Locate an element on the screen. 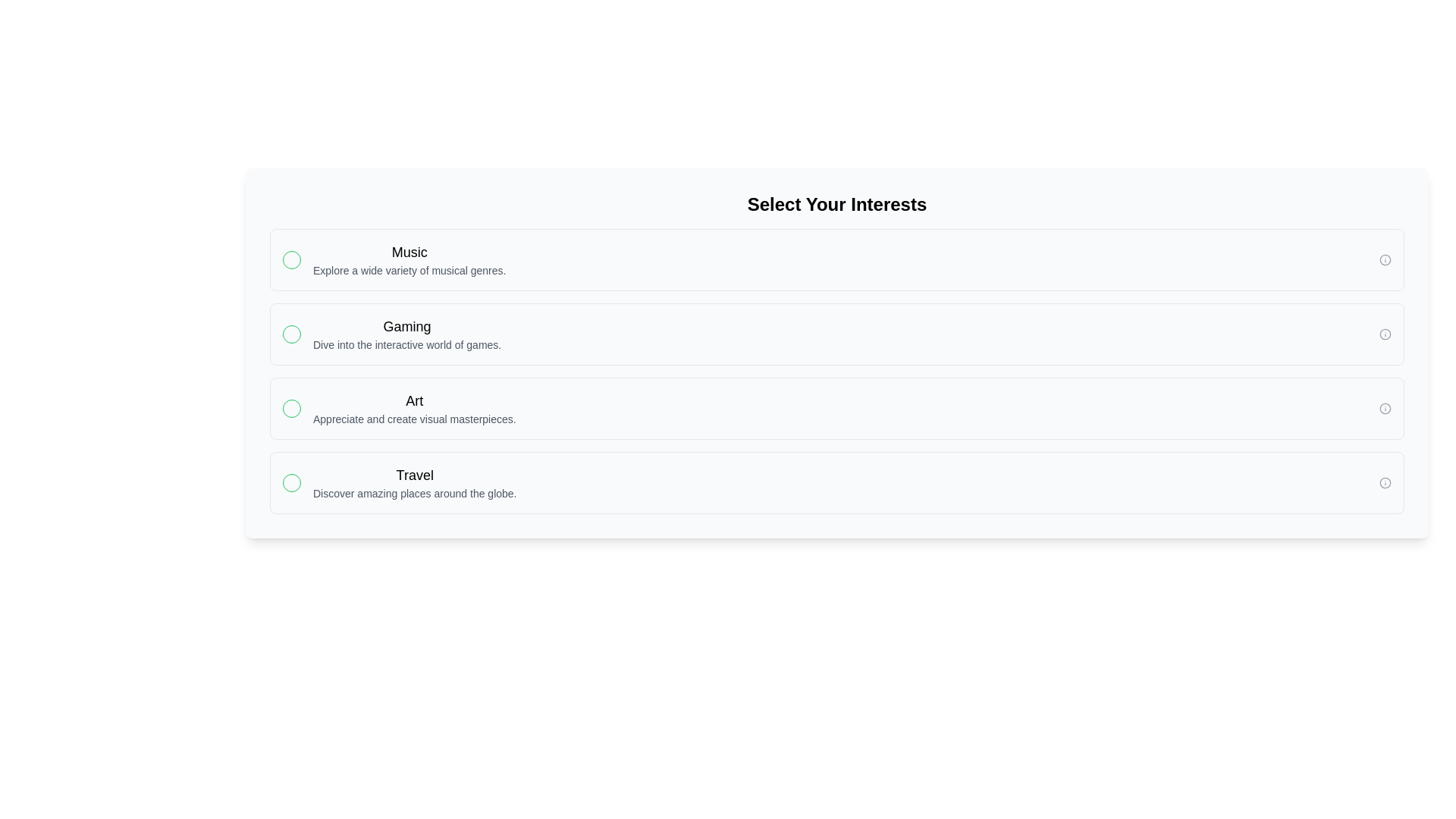 This screenshot has width=1456, height=819. the information icon next to the Travel option to read its detailed description is located at coordinates (1385, 482).